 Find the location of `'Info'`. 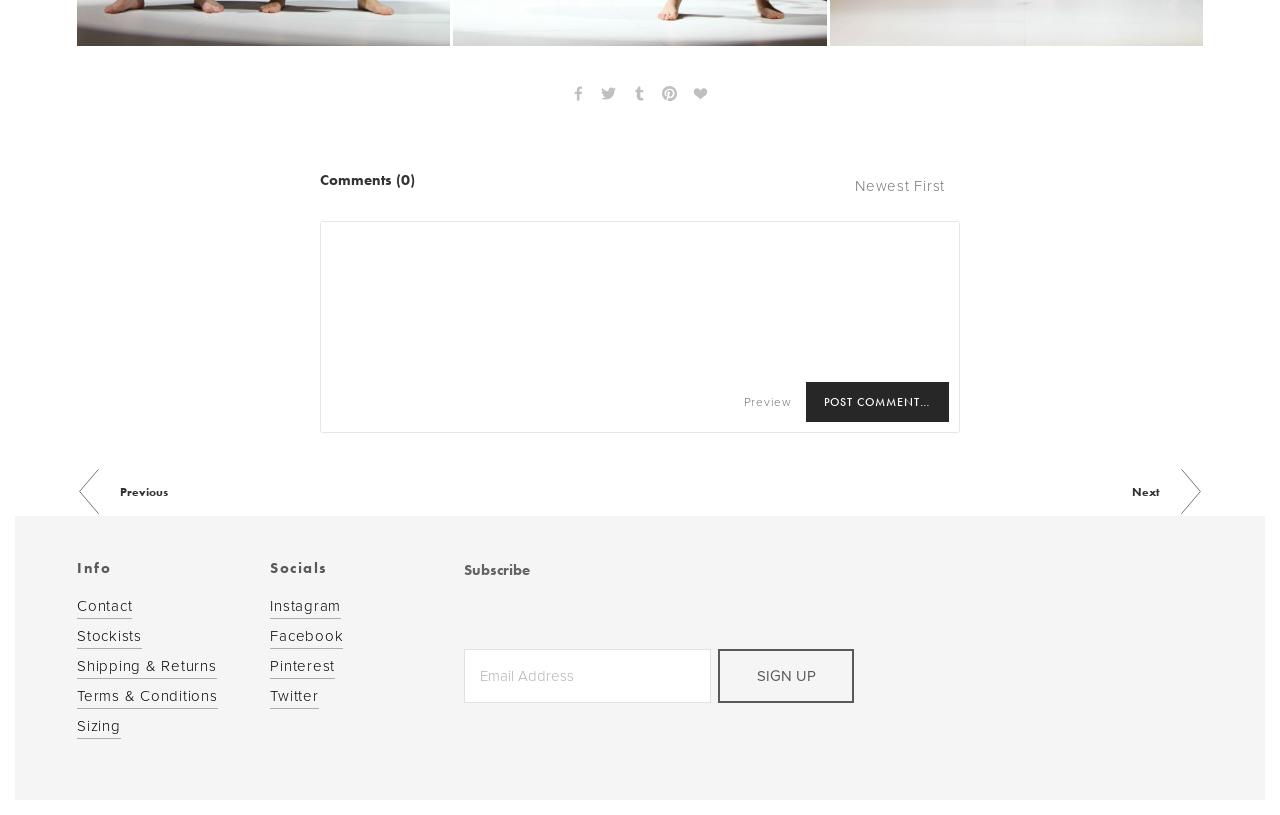

'Info' is located at coordinates (92, 565).